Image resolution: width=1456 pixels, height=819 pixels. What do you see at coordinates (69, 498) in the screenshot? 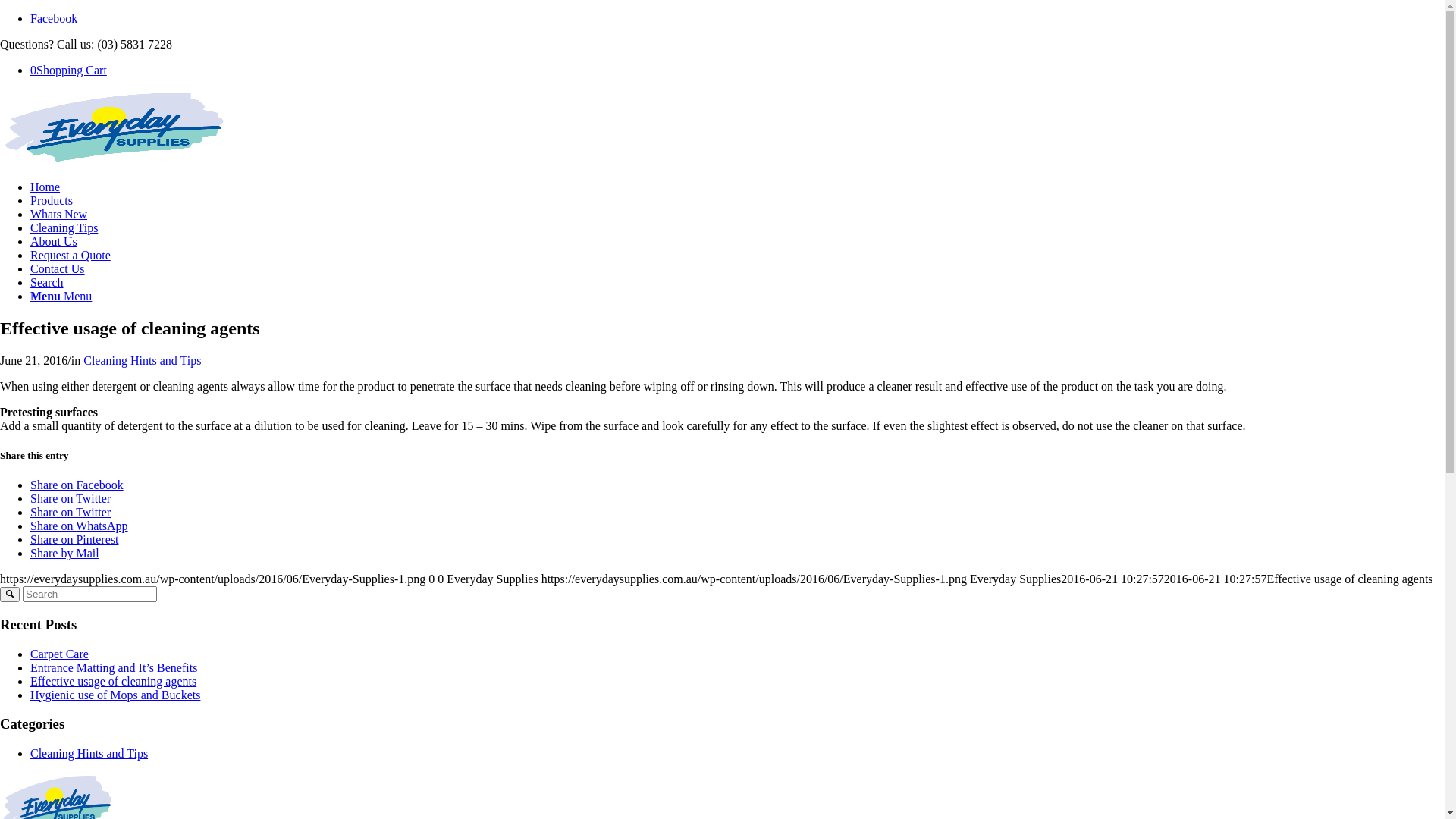
I see `'Share on Twitter'` at bounding box center [69, 498].